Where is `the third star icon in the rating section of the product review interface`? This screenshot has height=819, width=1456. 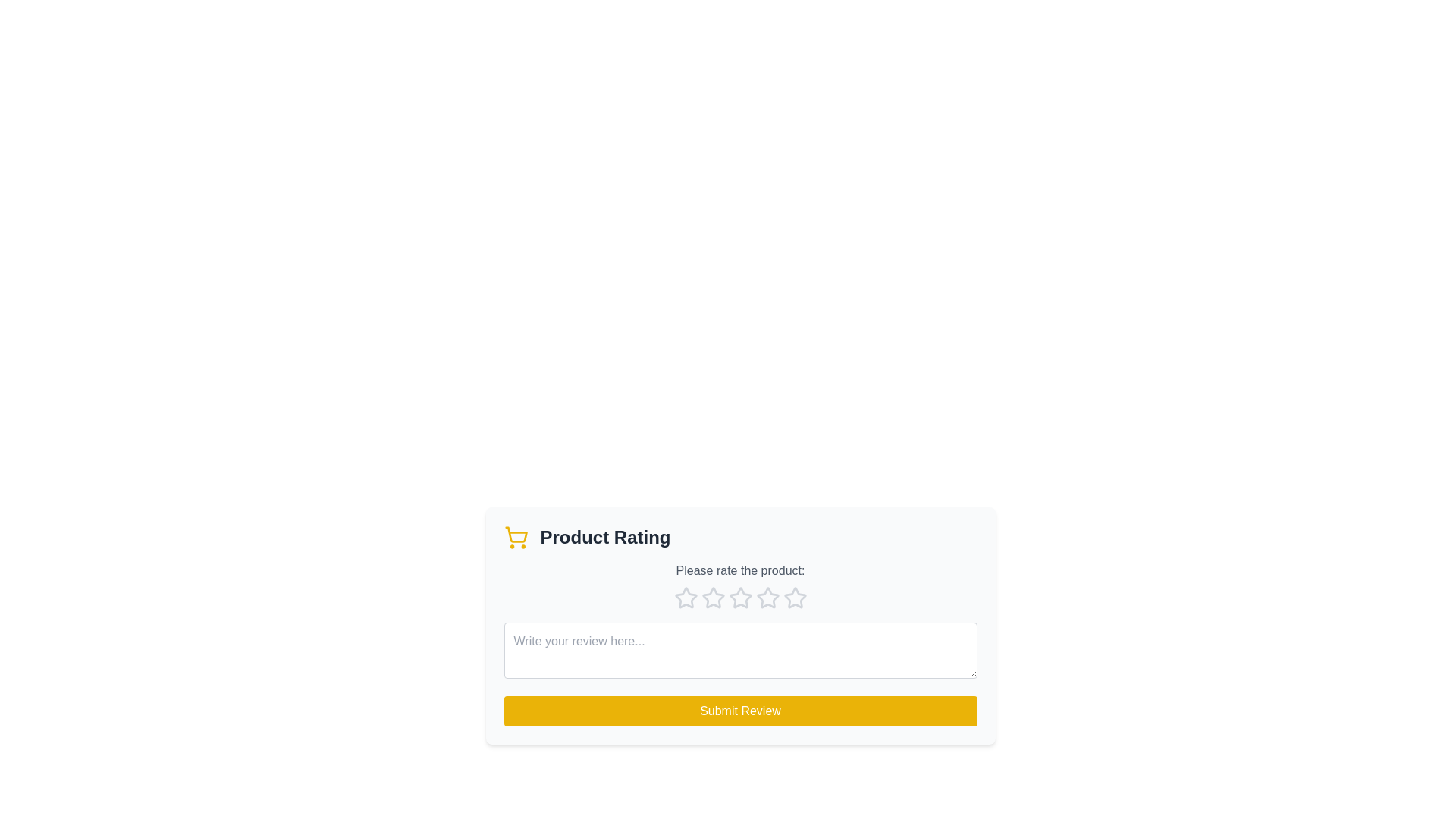 the third star icon in the rating section of the product review interface is located at coordinates (740, 597).